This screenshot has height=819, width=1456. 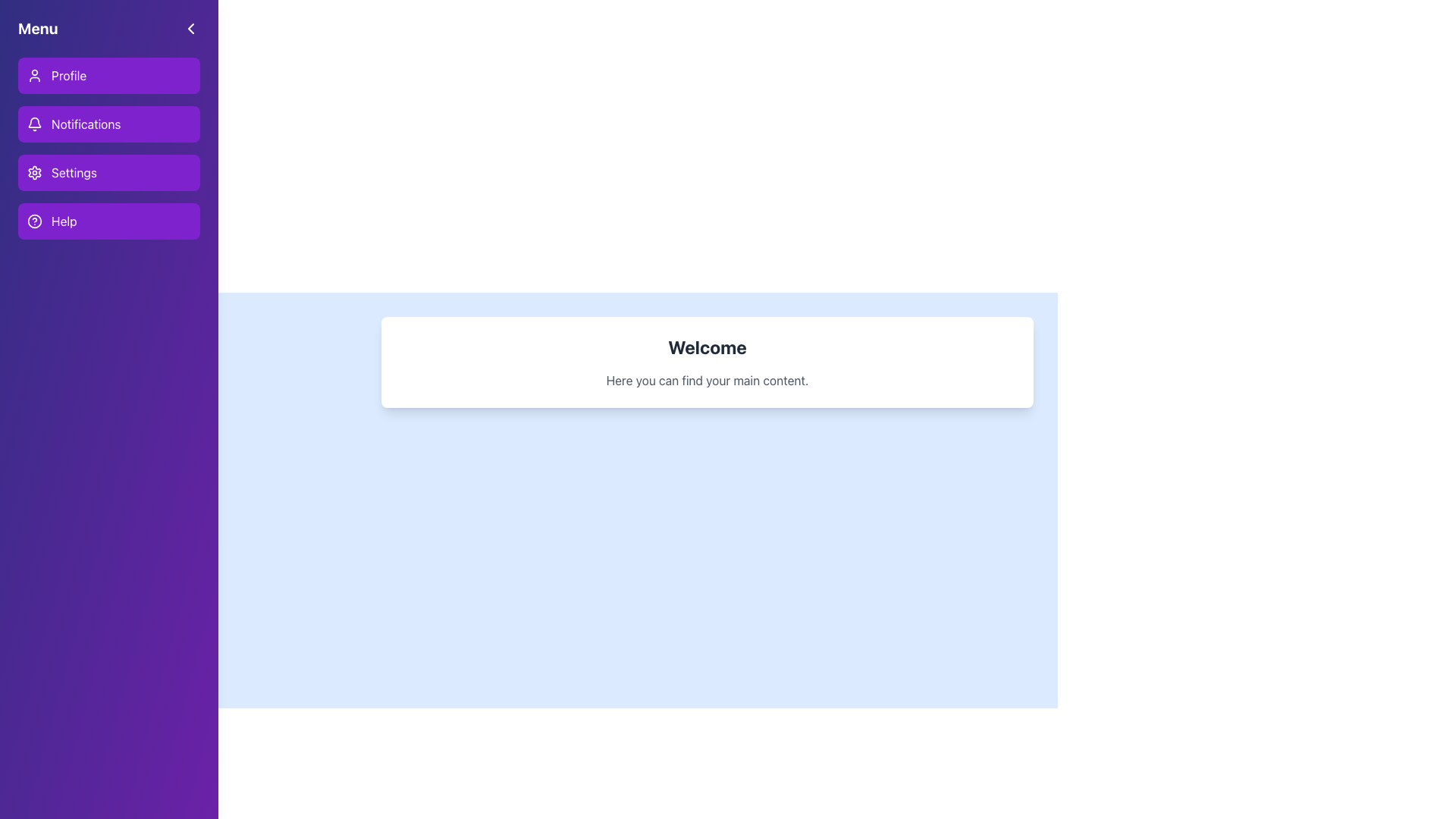 What do you see at coordinates (706, 347) in the screenshot?
I see `the Text Label that serves as a header for the content section, providing context to the user about the section's purpose` at bounding box center [706, 347].